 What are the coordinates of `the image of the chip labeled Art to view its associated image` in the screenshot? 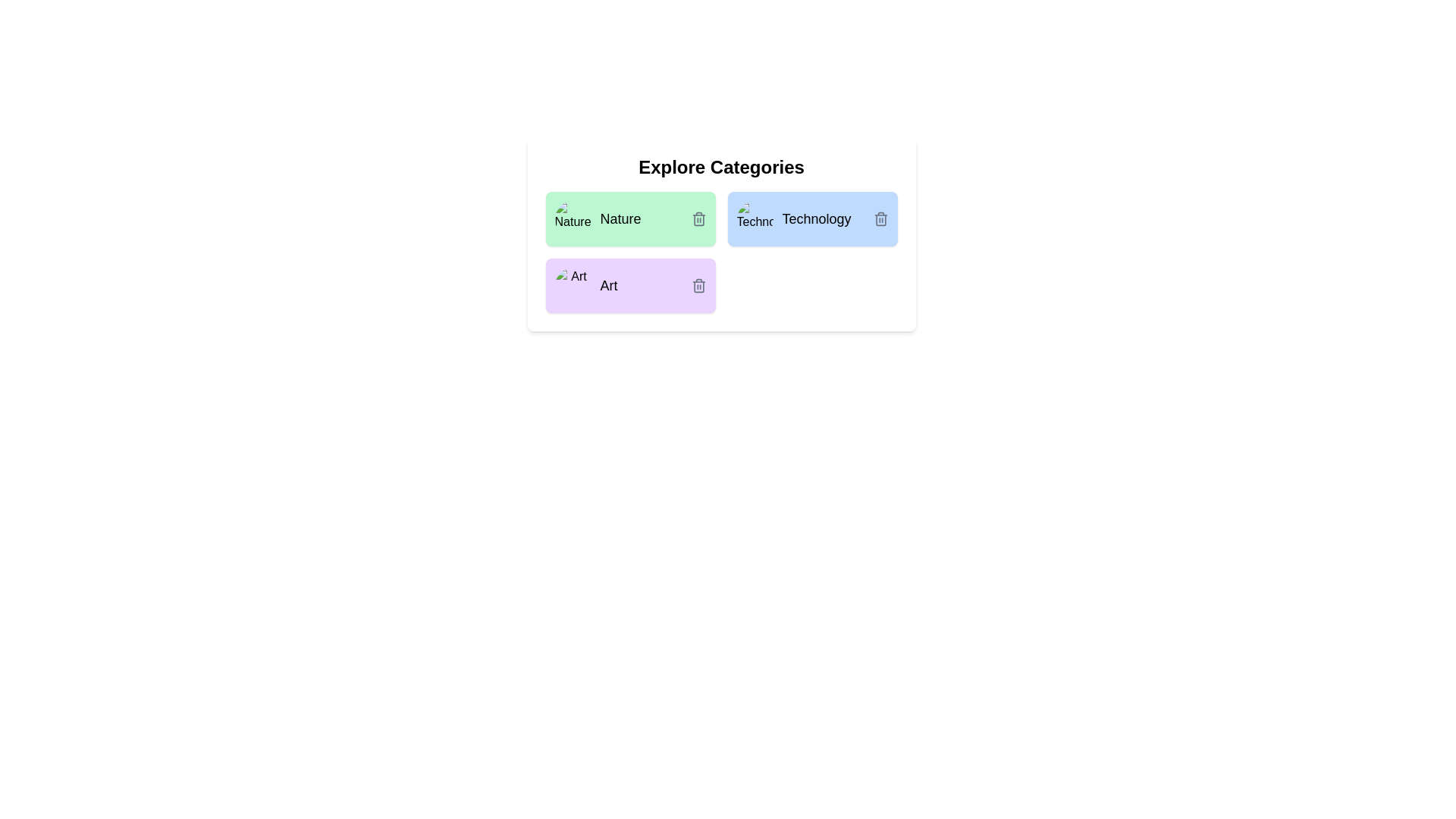 It's located at (572, 286).